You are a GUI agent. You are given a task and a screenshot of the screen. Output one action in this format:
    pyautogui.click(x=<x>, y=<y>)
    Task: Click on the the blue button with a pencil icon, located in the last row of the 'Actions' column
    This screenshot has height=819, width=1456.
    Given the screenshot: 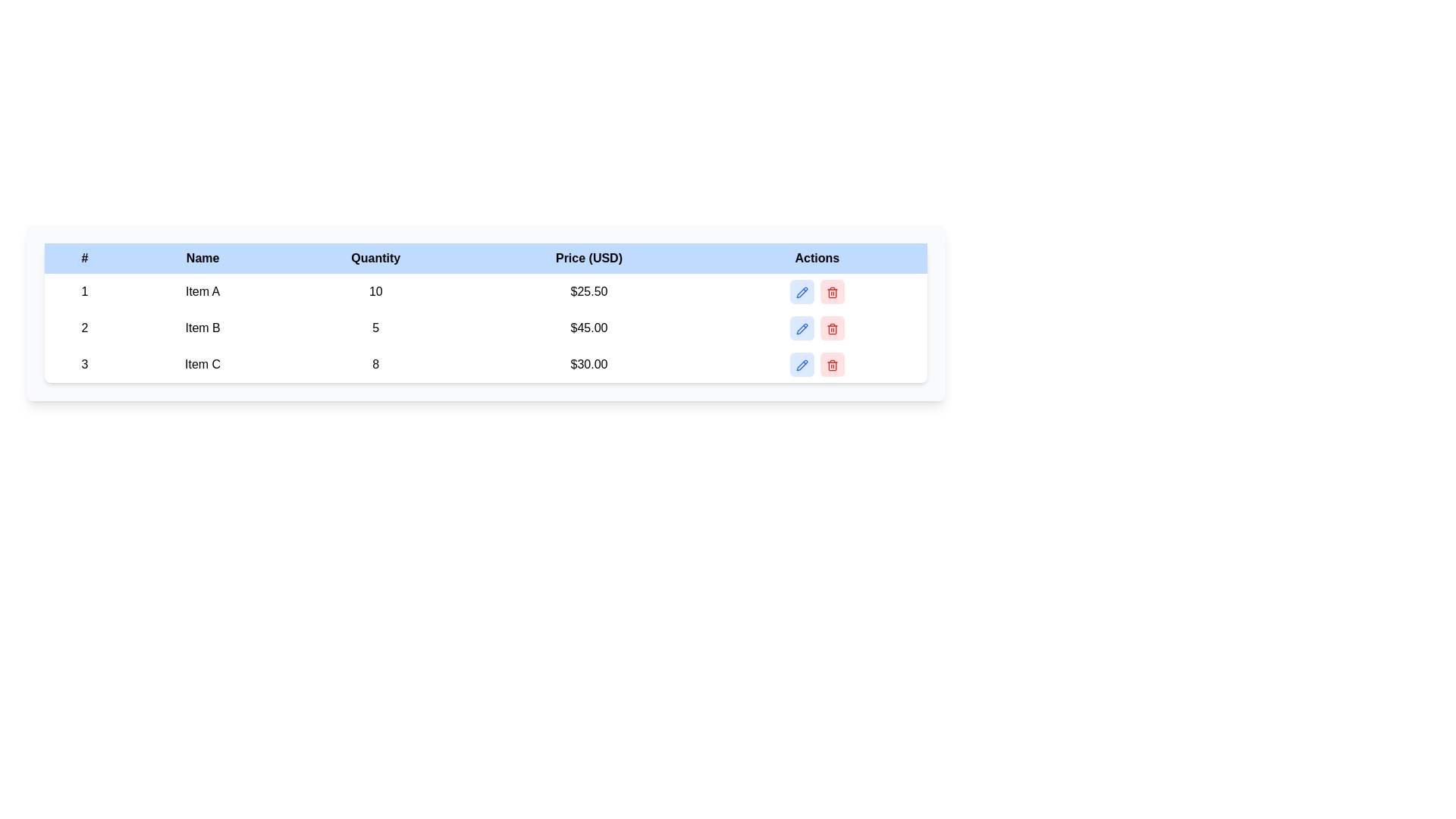 What is the action you would take?
    pyautogui.click(x=801, y=365)
    